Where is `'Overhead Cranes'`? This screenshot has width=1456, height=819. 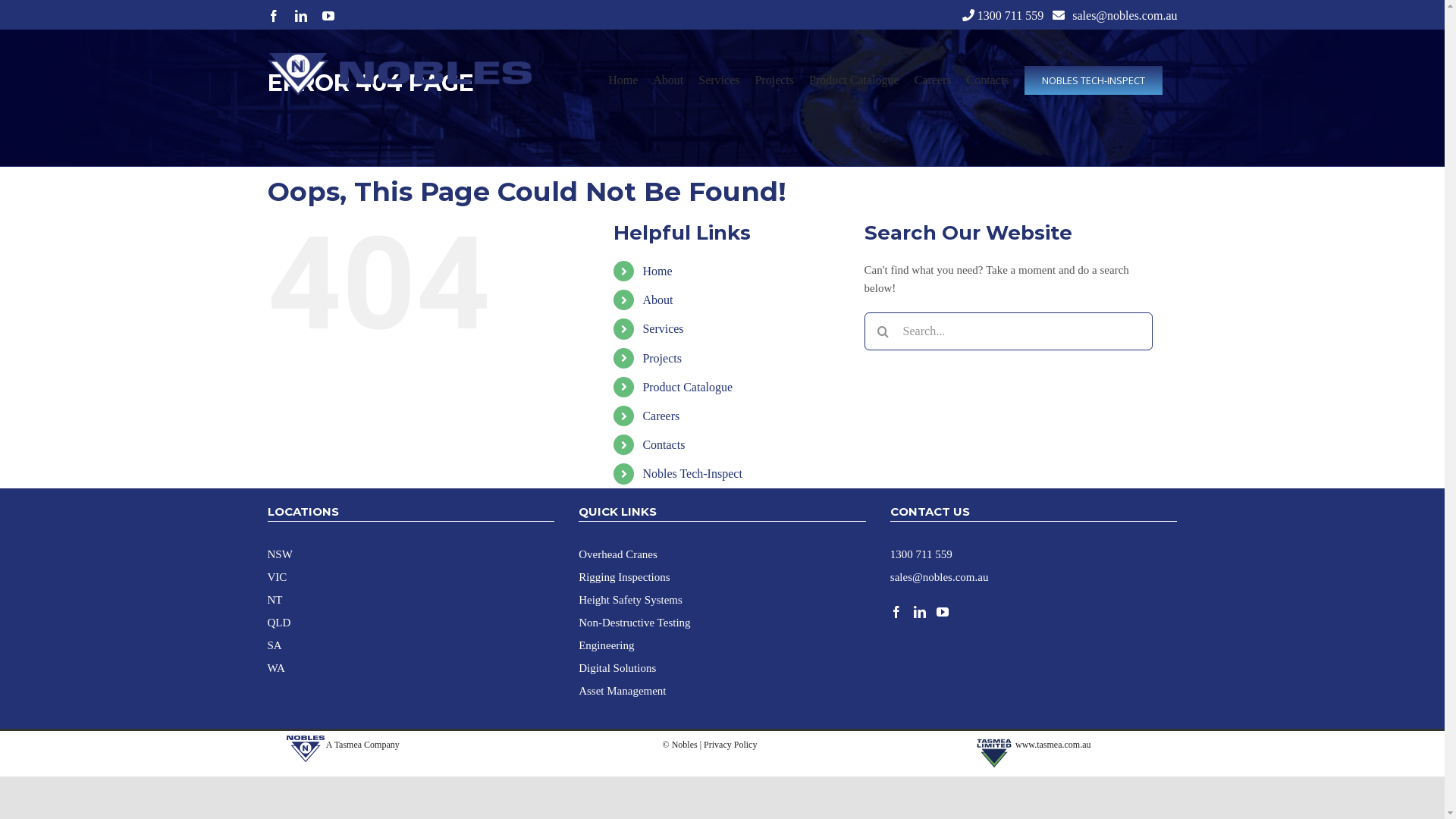 'Overhead Cranes' is located at coordinates (618, 553).